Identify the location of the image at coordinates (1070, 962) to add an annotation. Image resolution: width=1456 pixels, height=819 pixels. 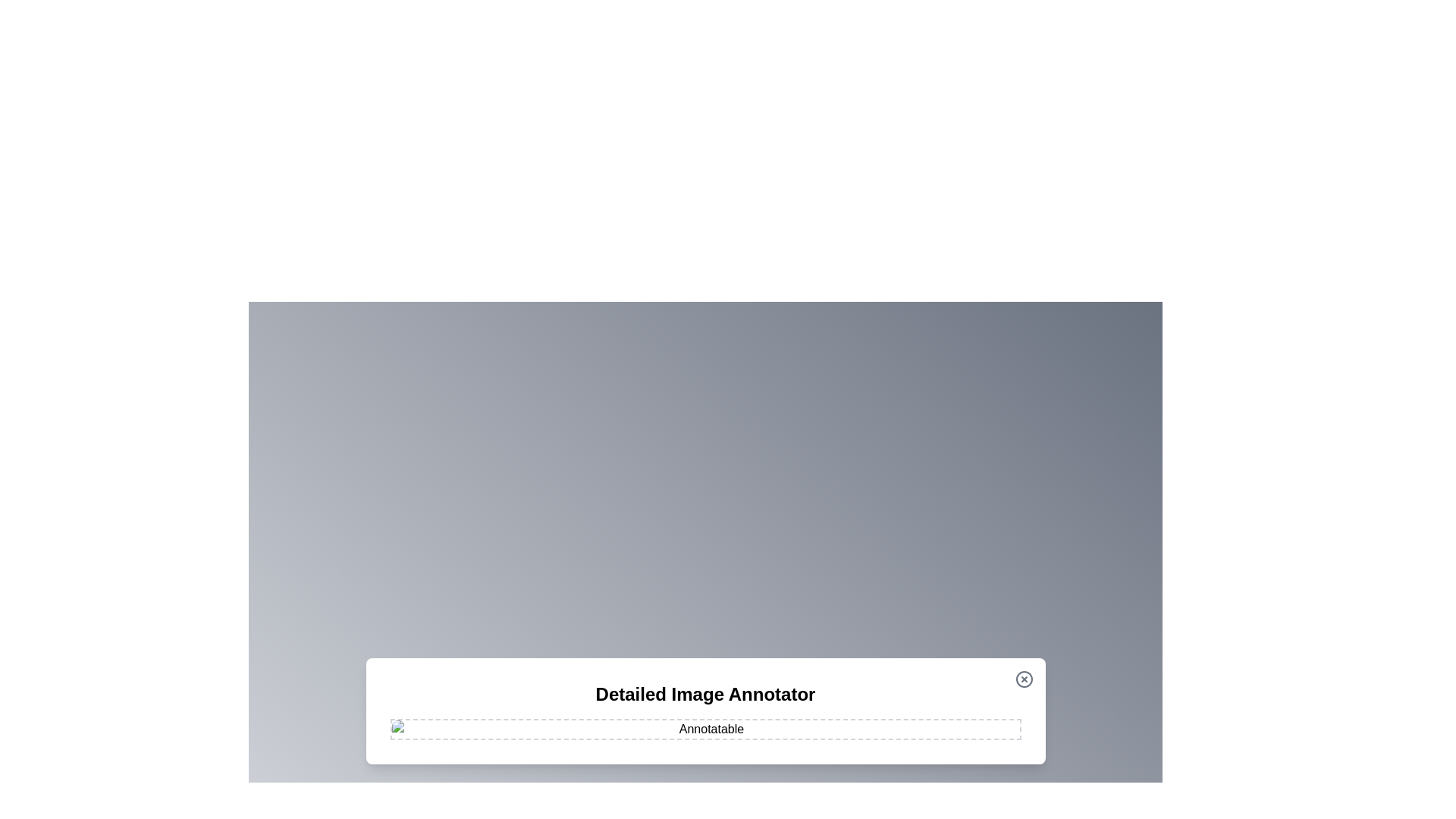
(811, 728).